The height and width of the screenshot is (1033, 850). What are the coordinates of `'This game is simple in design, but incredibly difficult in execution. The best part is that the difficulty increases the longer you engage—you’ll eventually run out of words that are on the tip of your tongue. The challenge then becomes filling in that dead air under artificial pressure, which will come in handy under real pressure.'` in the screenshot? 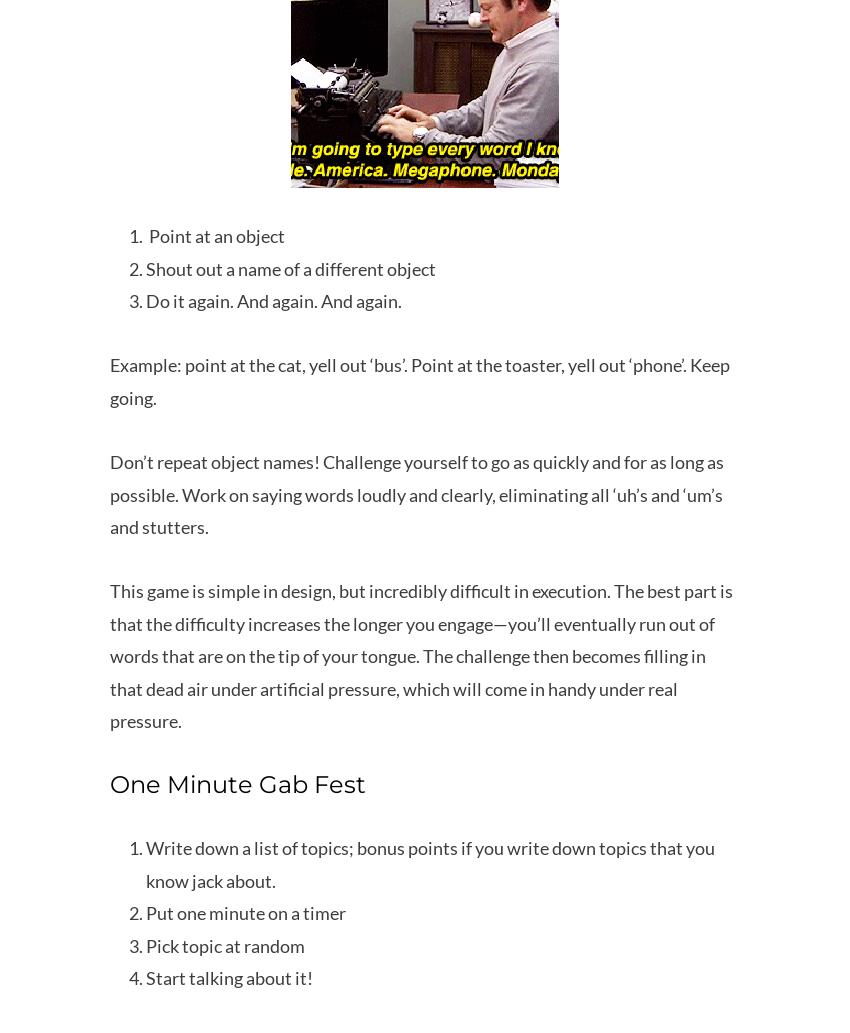 It's located at (108, 654).